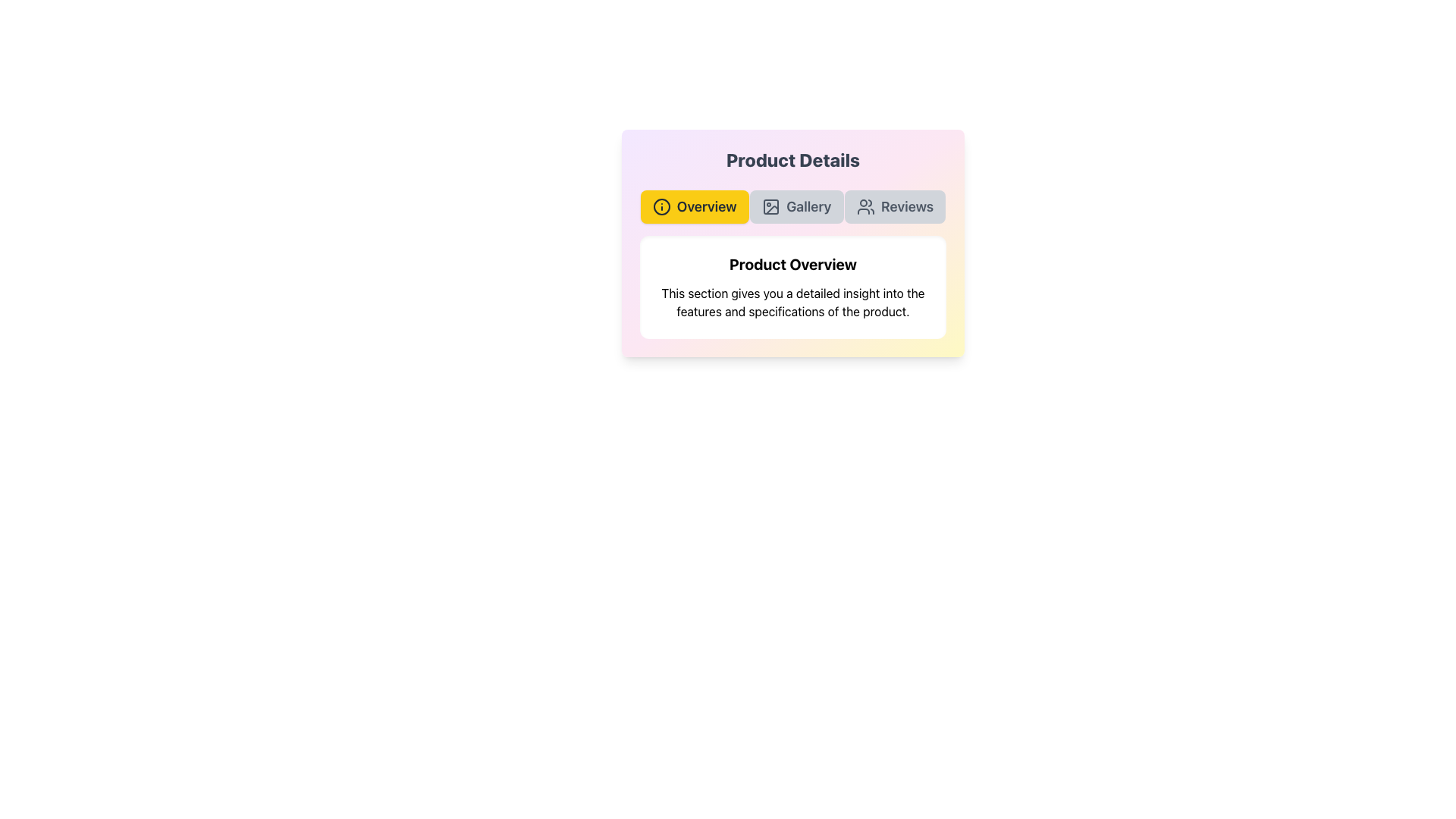  What do you see at coordinates (792, 263) in the screenshot?
I see `bold and enlarged text header labeled 'Product Overview' located centrally above the product description in the 'Product Details' section` at bounding box center [792, 263].